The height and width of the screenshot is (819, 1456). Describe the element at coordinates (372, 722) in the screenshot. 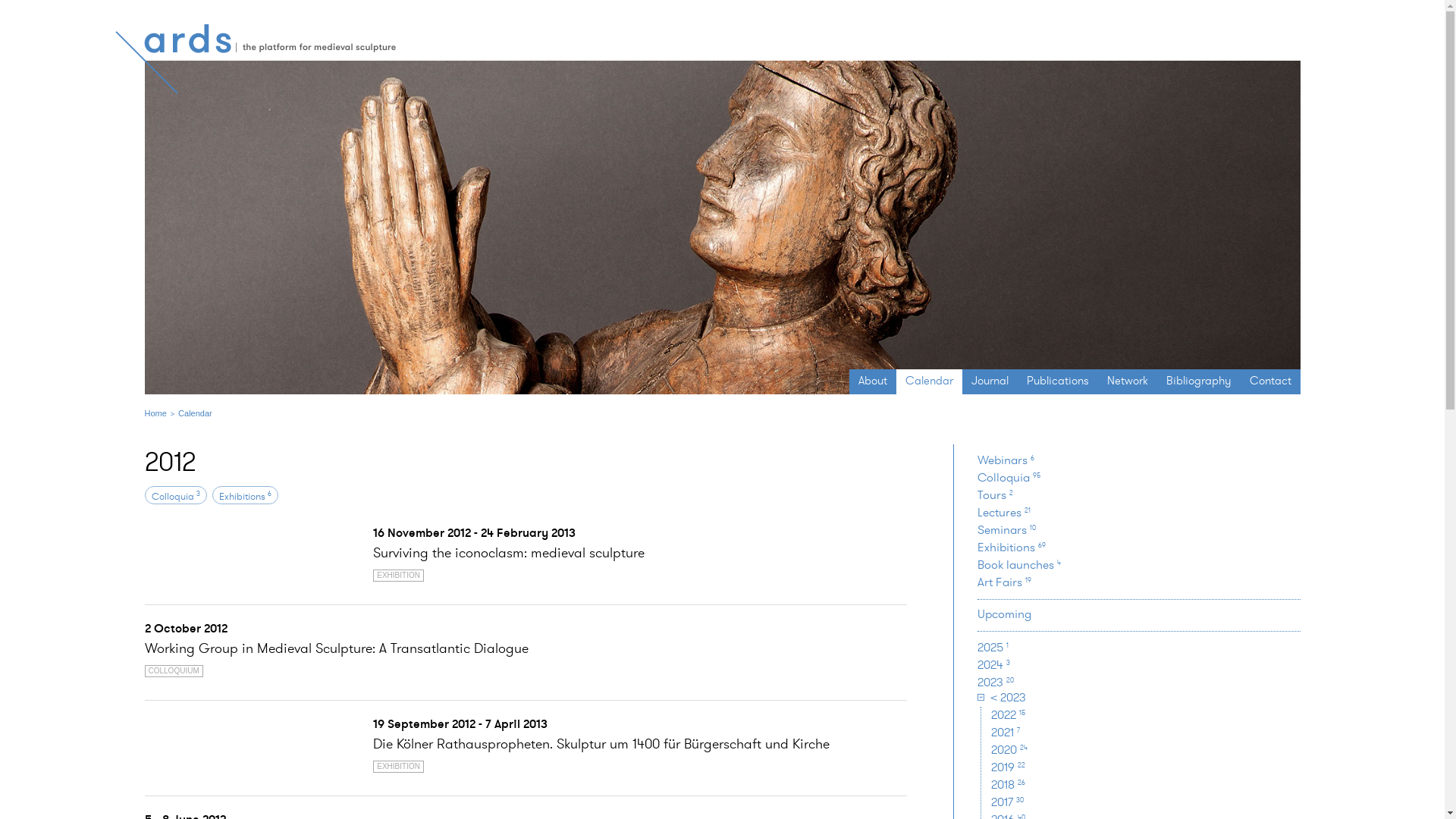

I see `'19 September 2012 - 7 April 2013'` at that location.